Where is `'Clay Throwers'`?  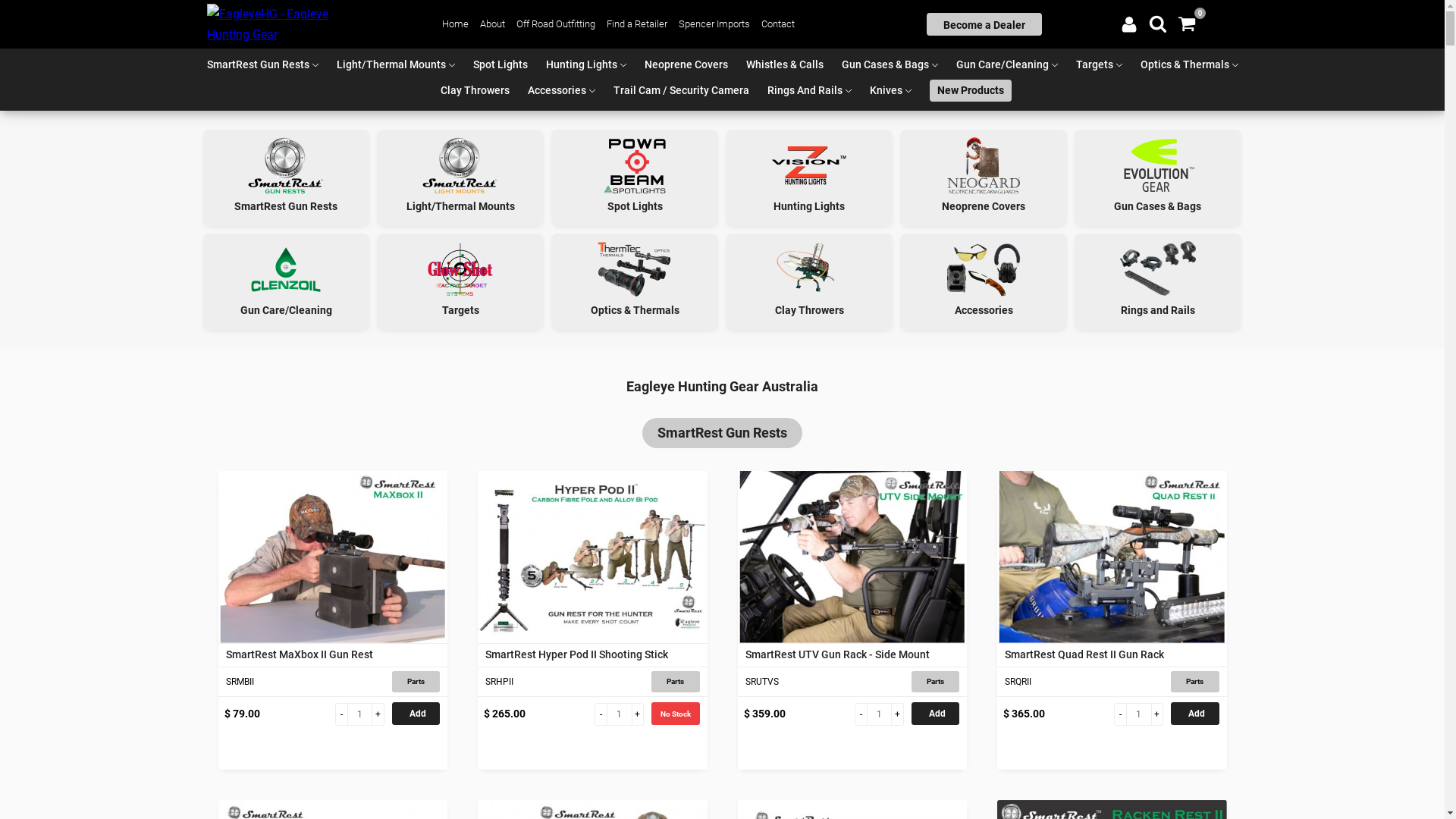 'Clay Throwers' is located at coordinates (474, 90).